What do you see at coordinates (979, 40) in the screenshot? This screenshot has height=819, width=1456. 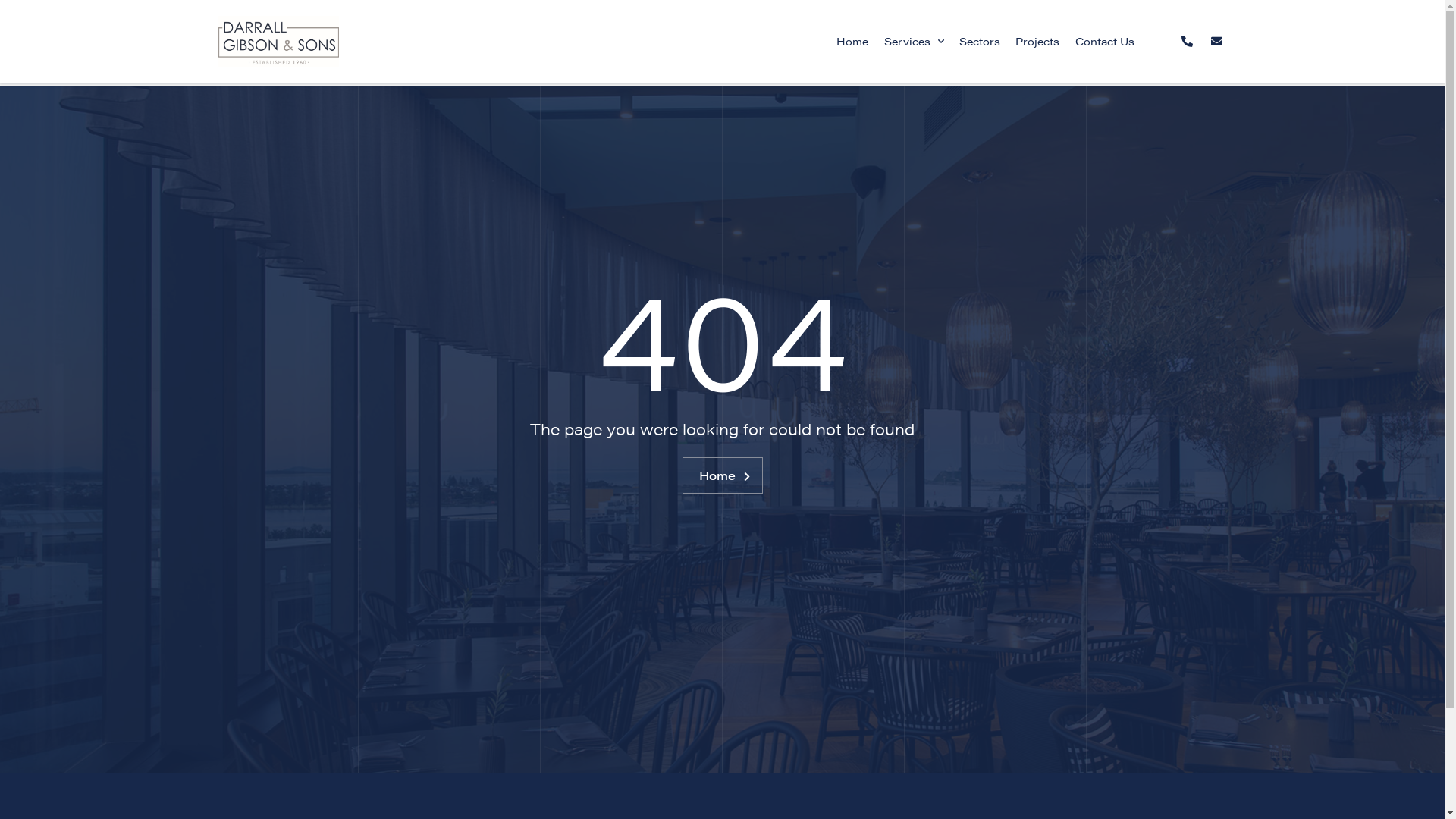 I see `'Sectors'` at bounding box center [979, 40].